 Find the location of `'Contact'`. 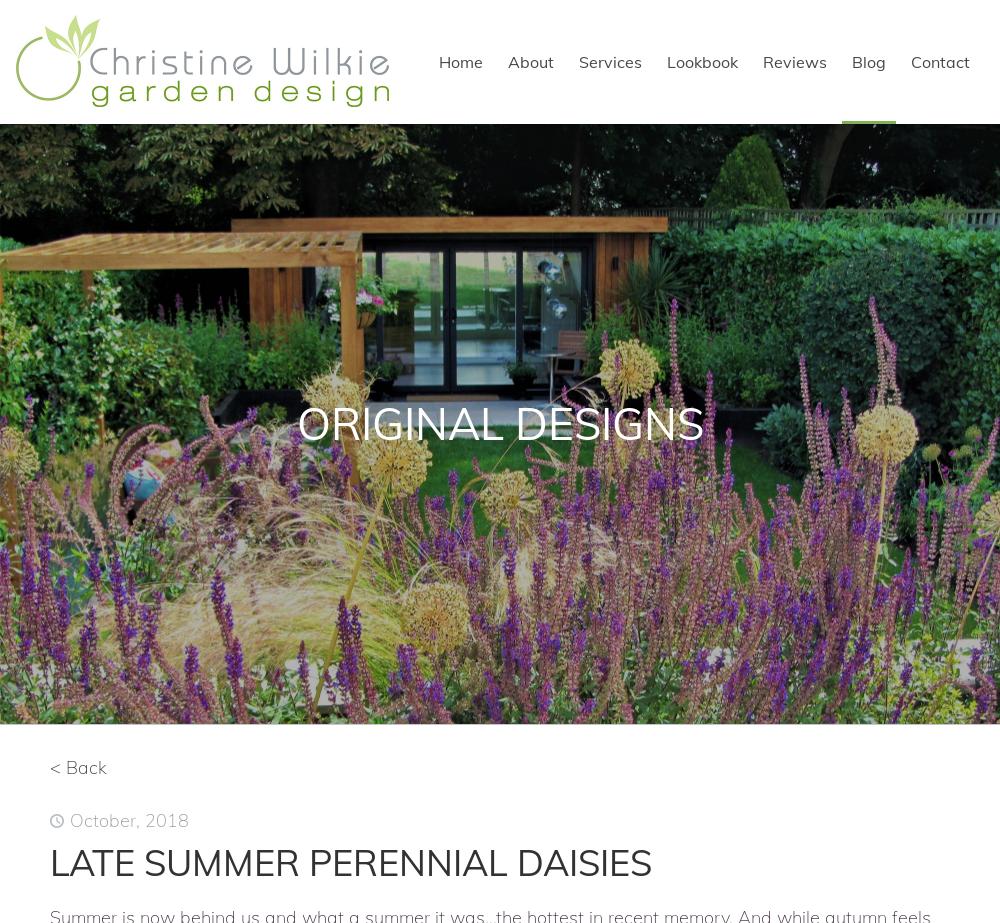

'Contact' is located at coordinates (939, 62).